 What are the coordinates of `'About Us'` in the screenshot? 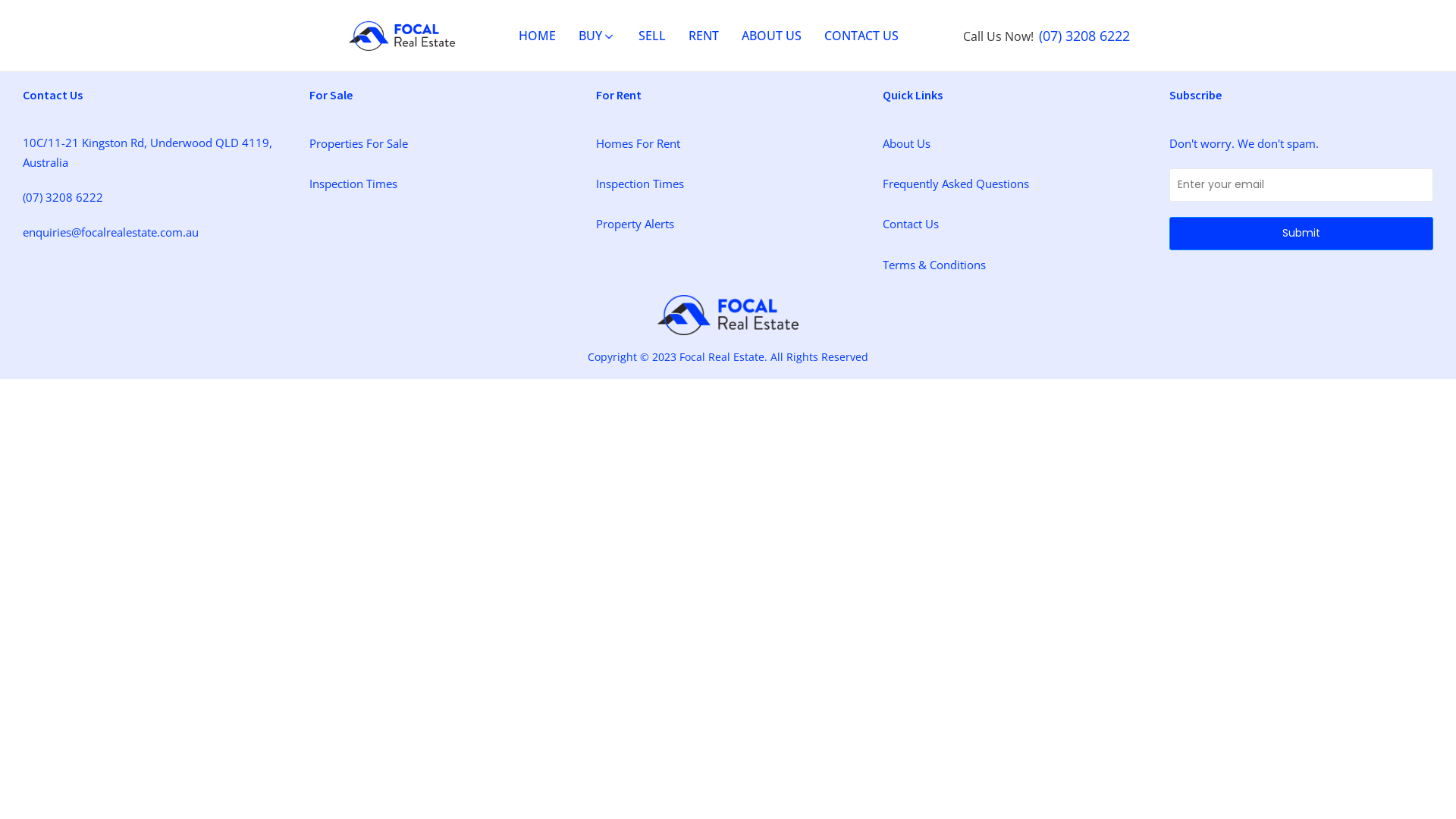 It's located at (906, 143).